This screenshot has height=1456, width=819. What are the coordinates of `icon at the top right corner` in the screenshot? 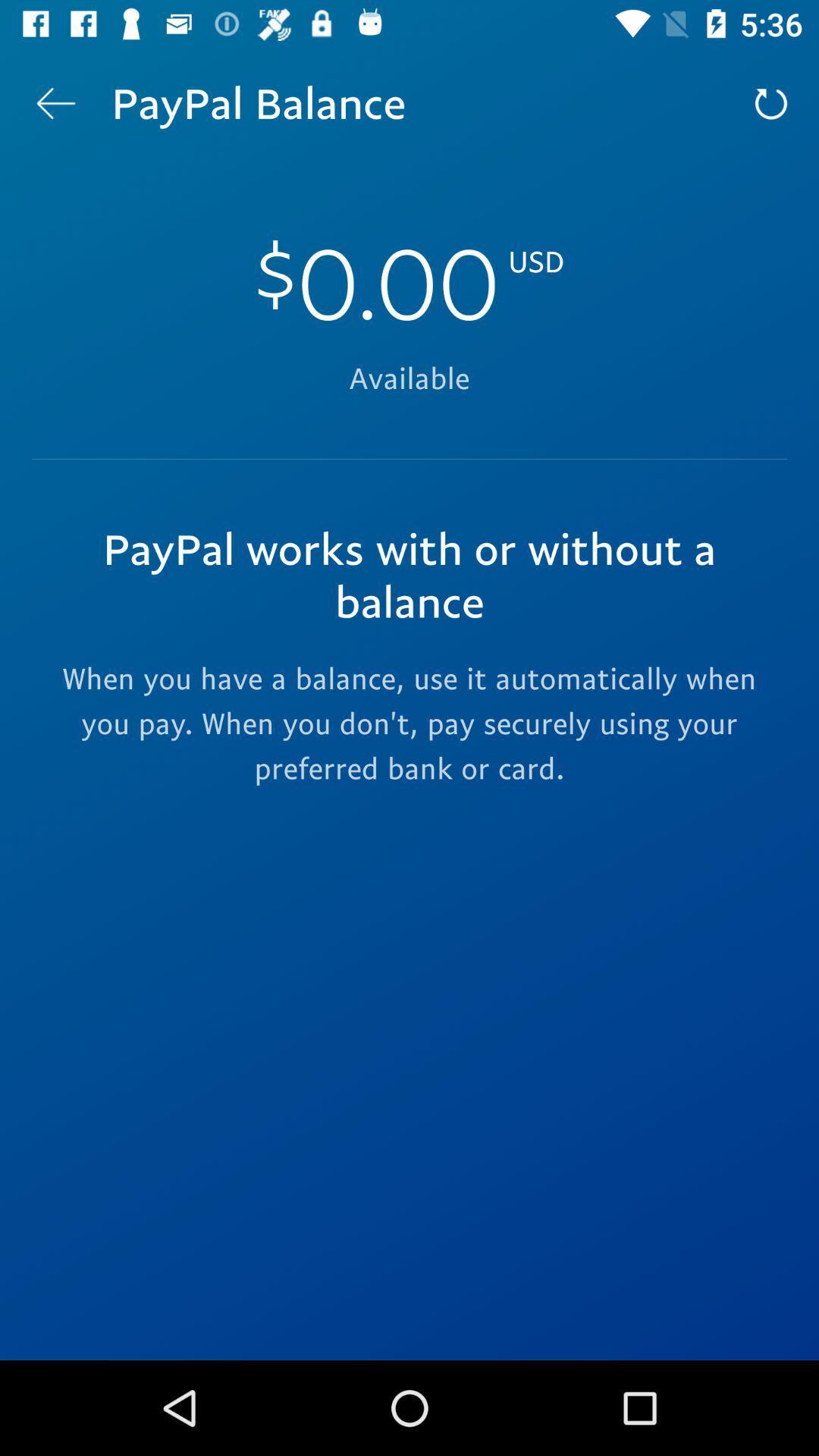 It's located at (771, 102).